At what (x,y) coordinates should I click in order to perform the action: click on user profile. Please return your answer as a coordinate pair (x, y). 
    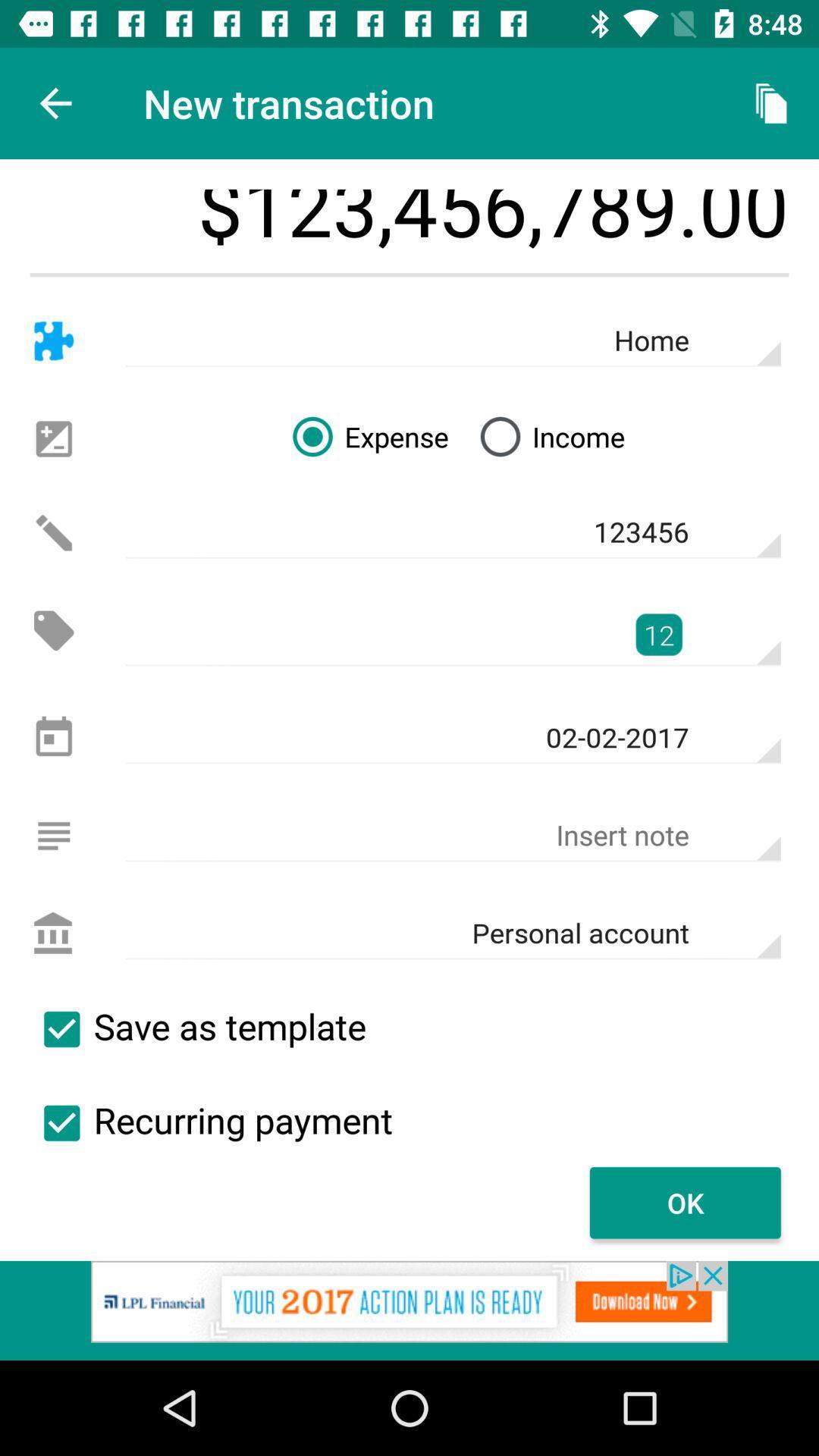
    Looking at the image, I should click on (53, 933).